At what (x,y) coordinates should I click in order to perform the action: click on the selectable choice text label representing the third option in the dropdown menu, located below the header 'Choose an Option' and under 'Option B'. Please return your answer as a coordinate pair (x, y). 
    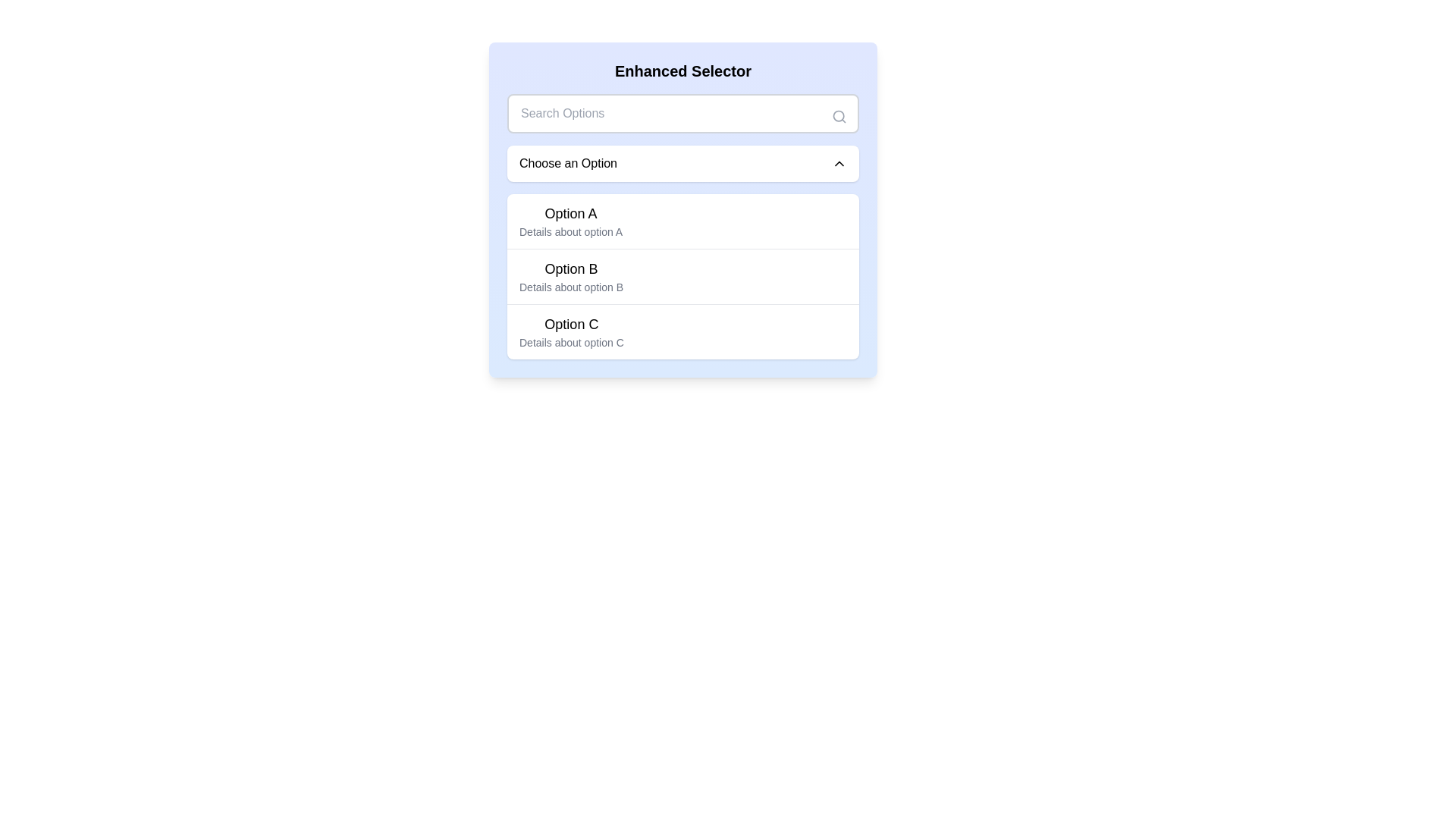
    Looking at the image, I should click on (570, 324).